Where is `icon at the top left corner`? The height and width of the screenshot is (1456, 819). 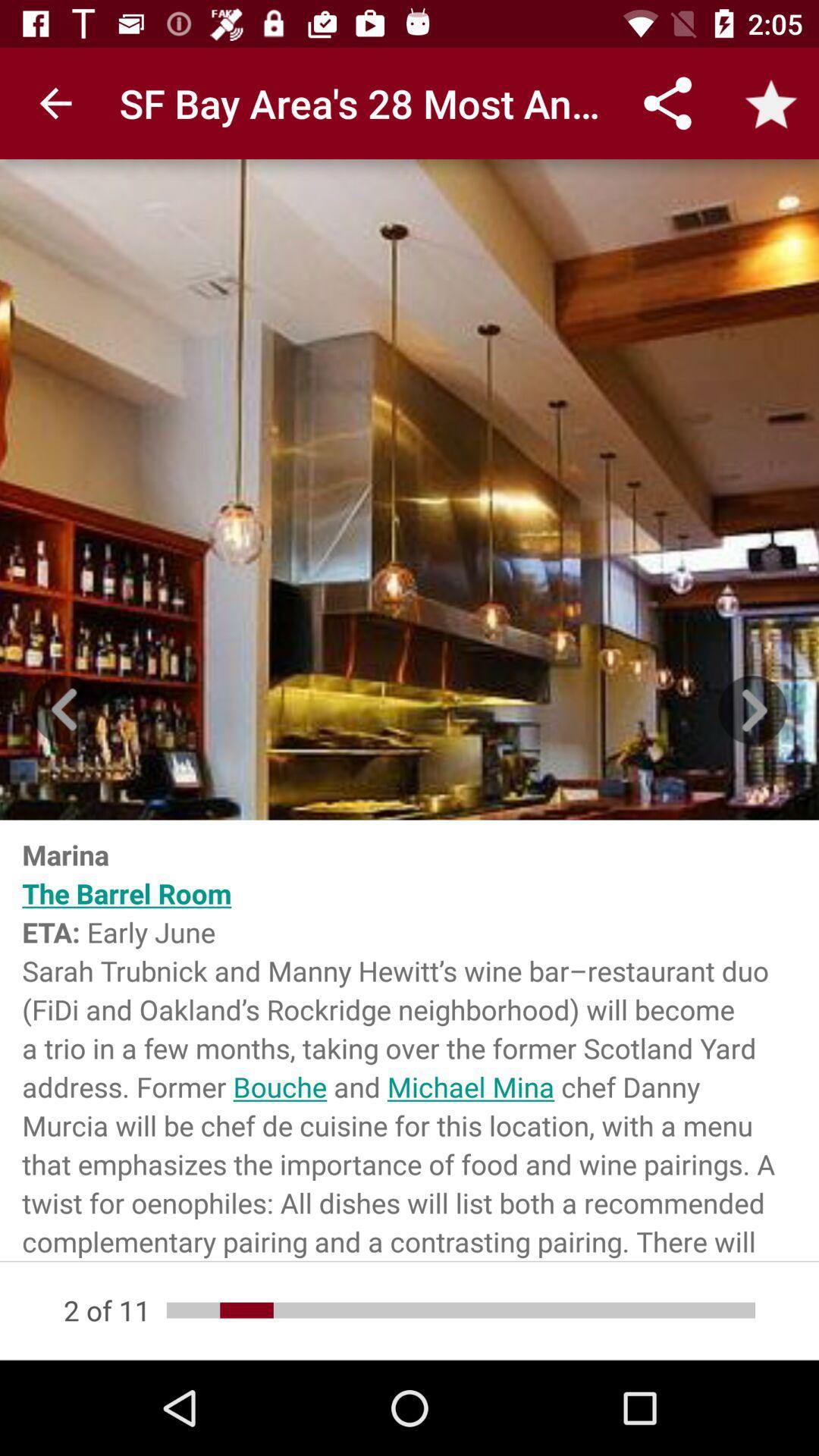 icon at the top left corner is located at coordinates (55, 102).